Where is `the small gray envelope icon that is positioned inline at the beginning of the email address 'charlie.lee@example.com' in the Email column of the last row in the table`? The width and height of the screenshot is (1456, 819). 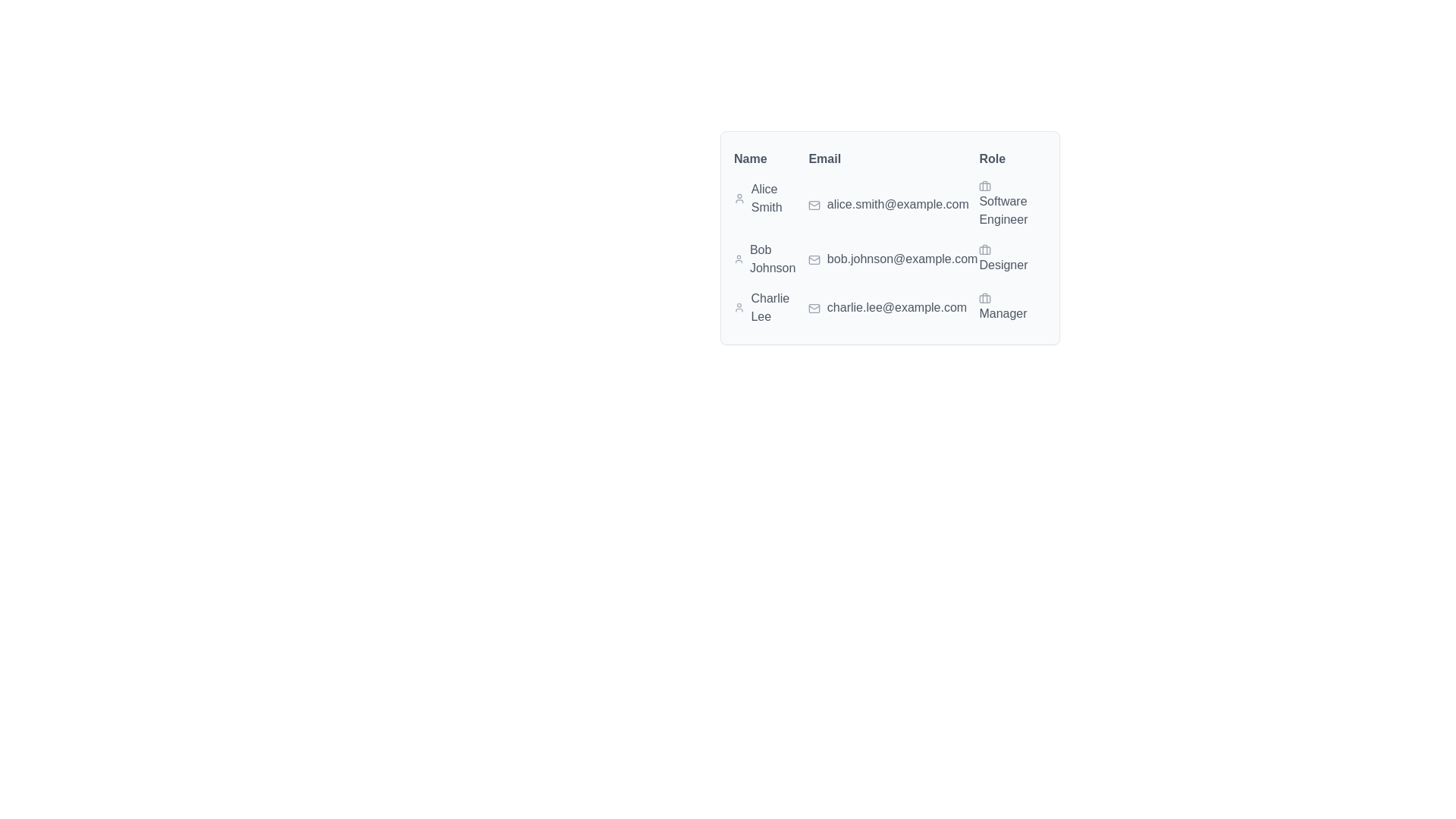 the small gray envelope icon that is positioned inline at the beginning of the email address 'charlie.lee@example.com' in the Email column of the last row in the table is located at coordinates (814, 307).